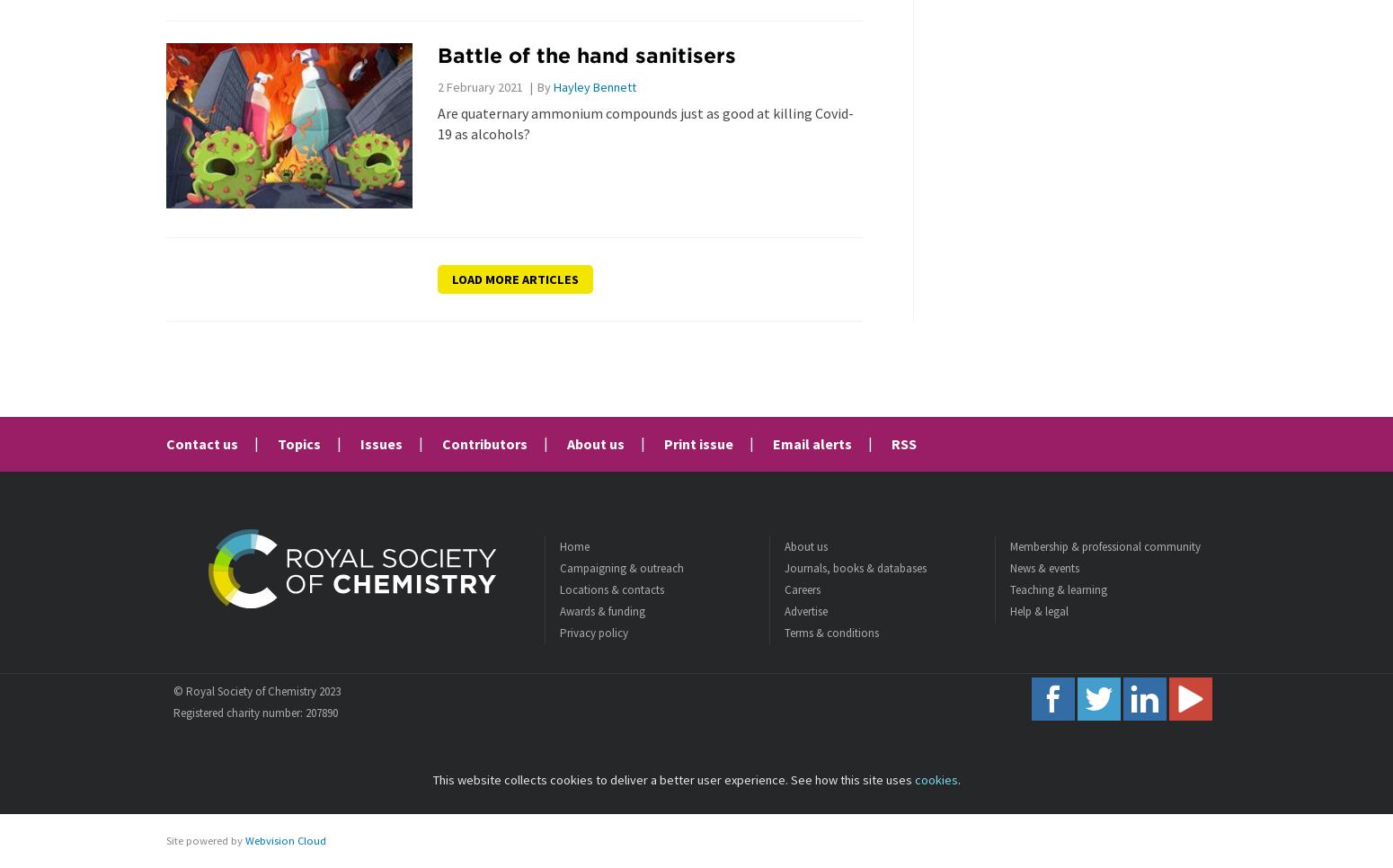  I want to click on 'Are quaternary ammonium compounds just as good at killing Covid-19 as alcohols?', so click(435, 122).